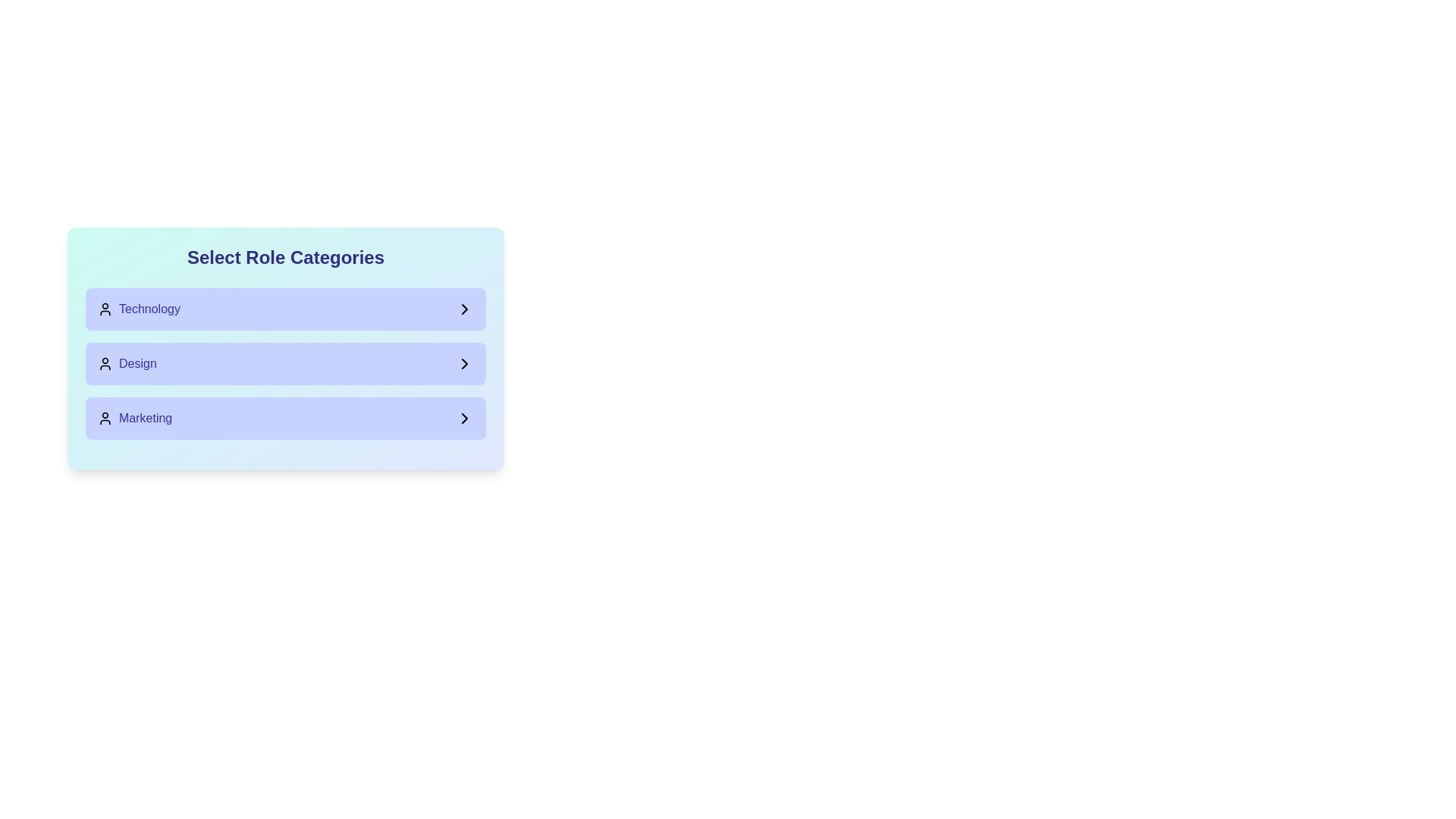 The image size is (1456, 819). I want to click on the 'Technology' category selector item using keyboard navigation, so click(139, 309).